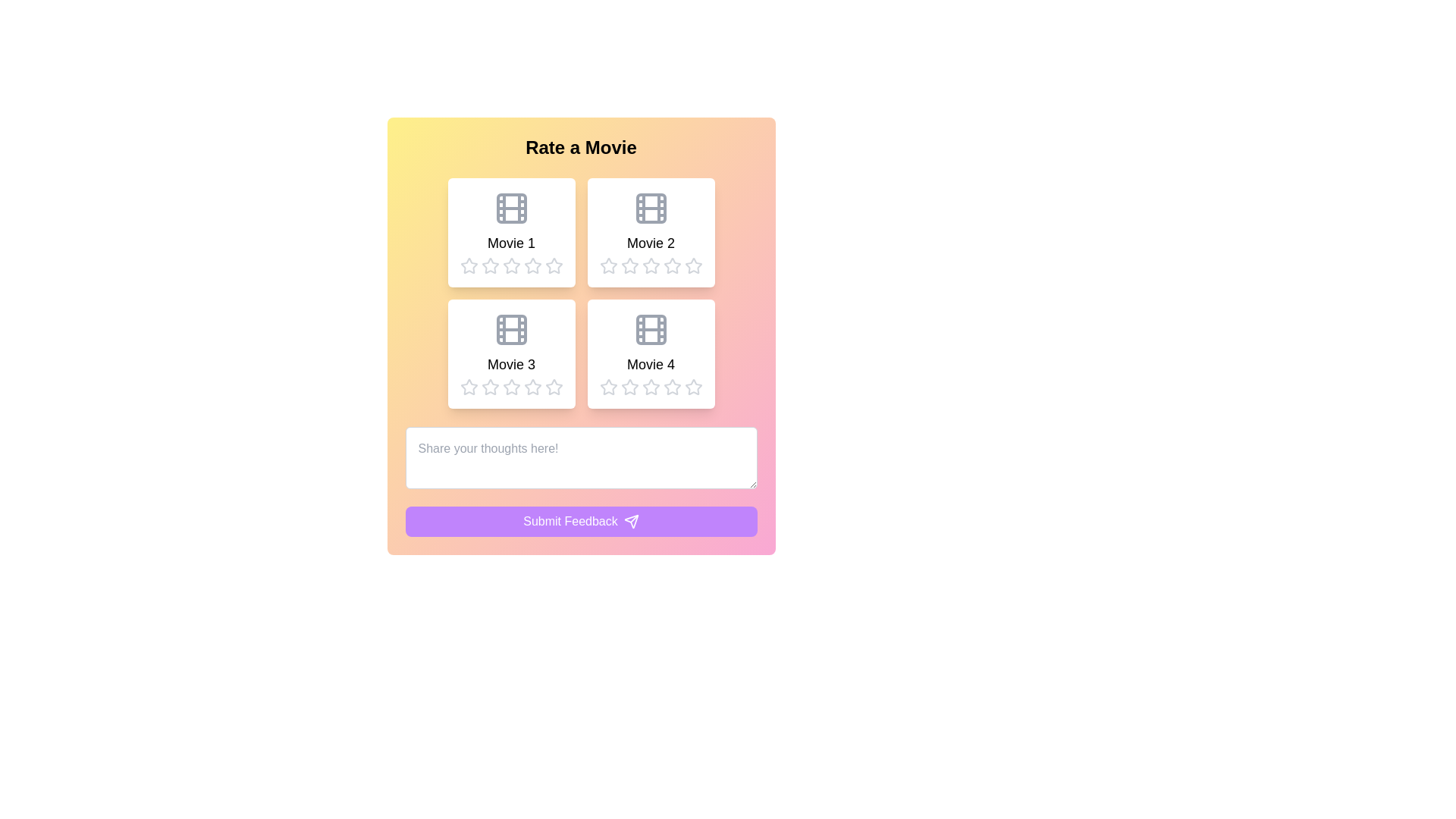 The height and width of the screenshot is (819, 1456). I want to click on the fourth rating star icon for 'Movie 1', so click(511, 265).